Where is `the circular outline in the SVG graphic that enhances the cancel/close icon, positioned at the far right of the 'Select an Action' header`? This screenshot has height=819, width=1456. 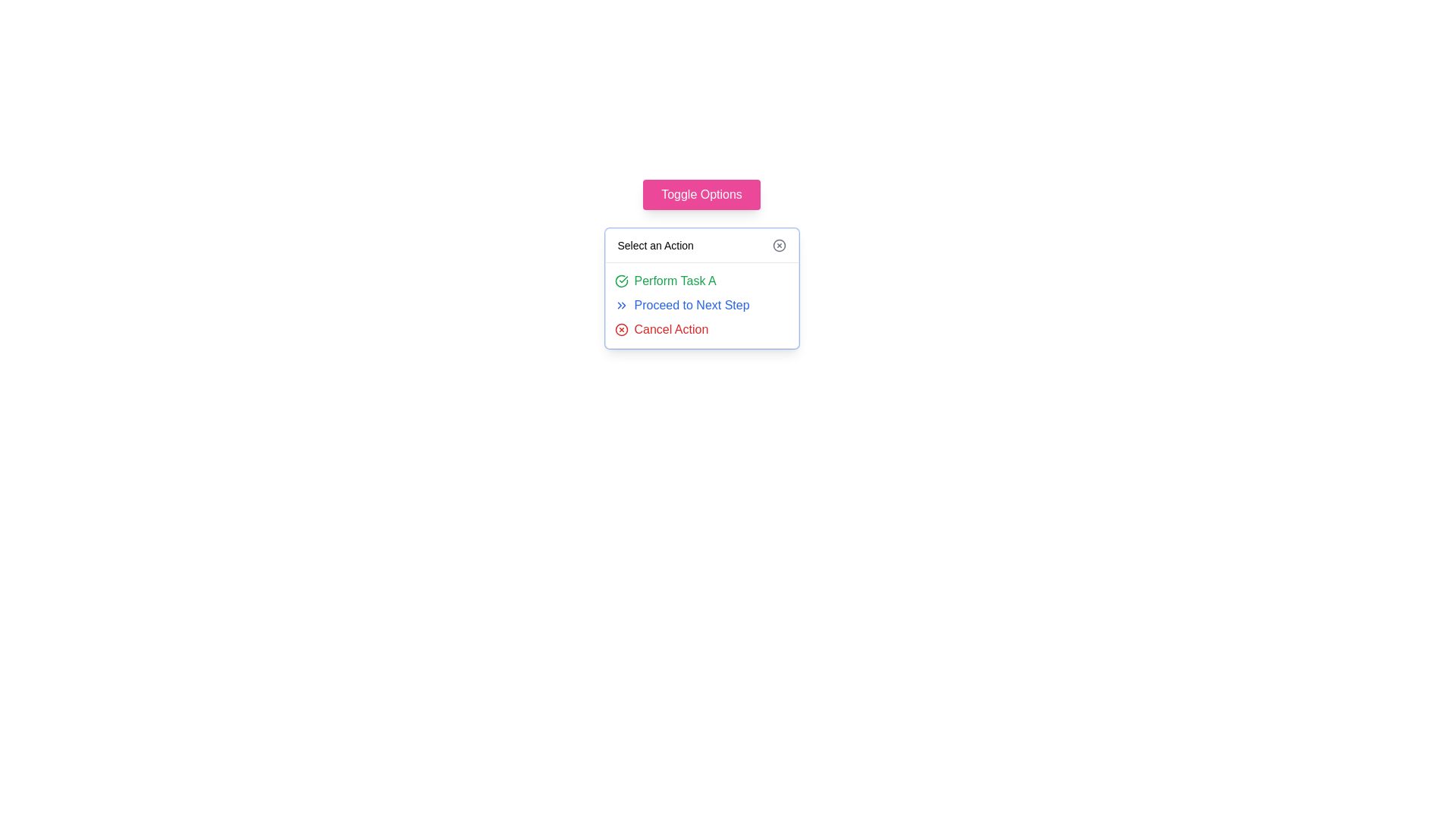
the circular outline in the SVG graphic that enhances the cancel/close icon, positioned at the far right of the 'Select an Action' header is located at coordinates (779, 245).